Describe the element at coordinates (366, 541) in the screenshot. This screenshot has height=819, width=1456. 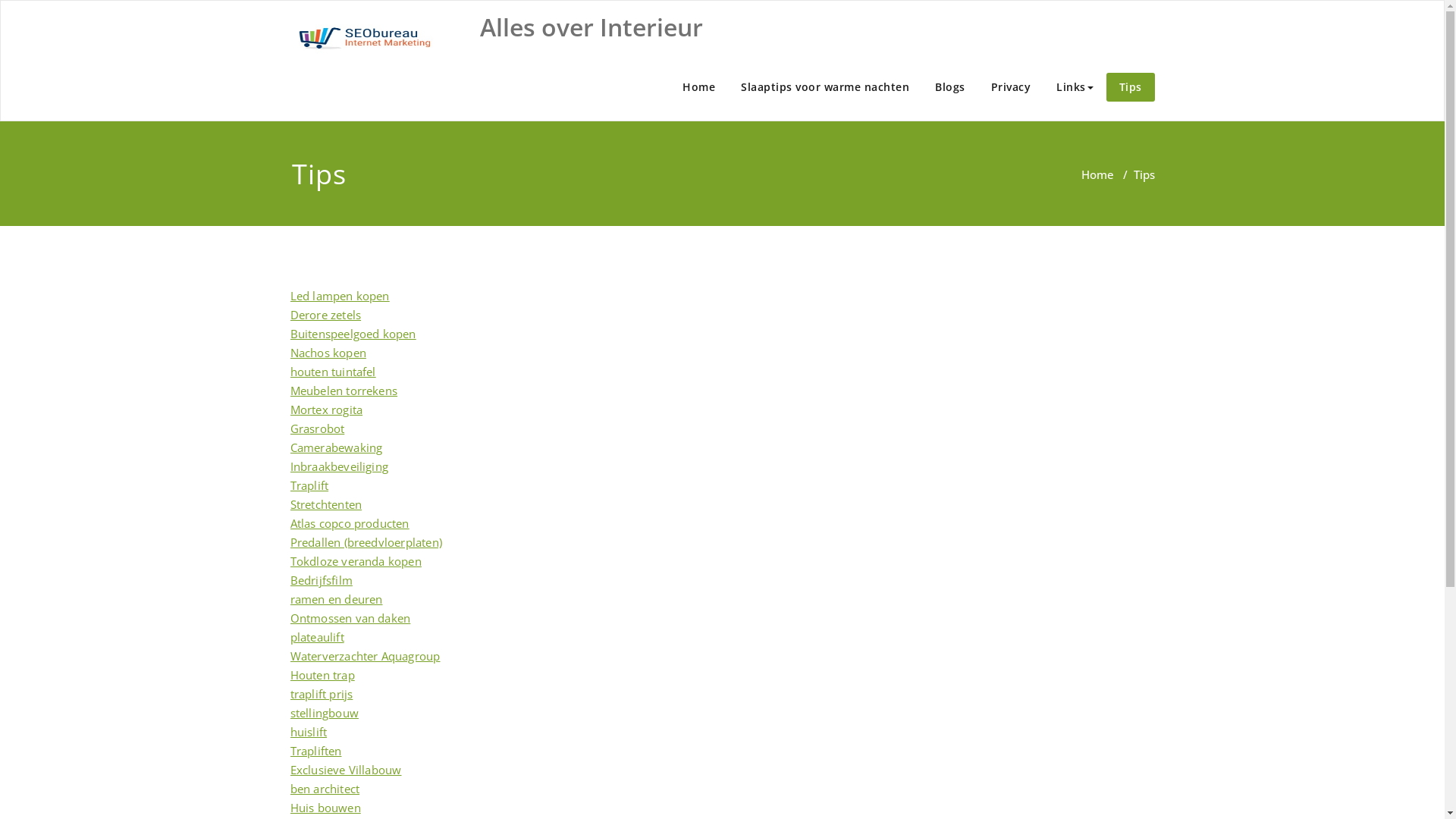
I see `'Predallen (breedvloerplaten)'` at that location.